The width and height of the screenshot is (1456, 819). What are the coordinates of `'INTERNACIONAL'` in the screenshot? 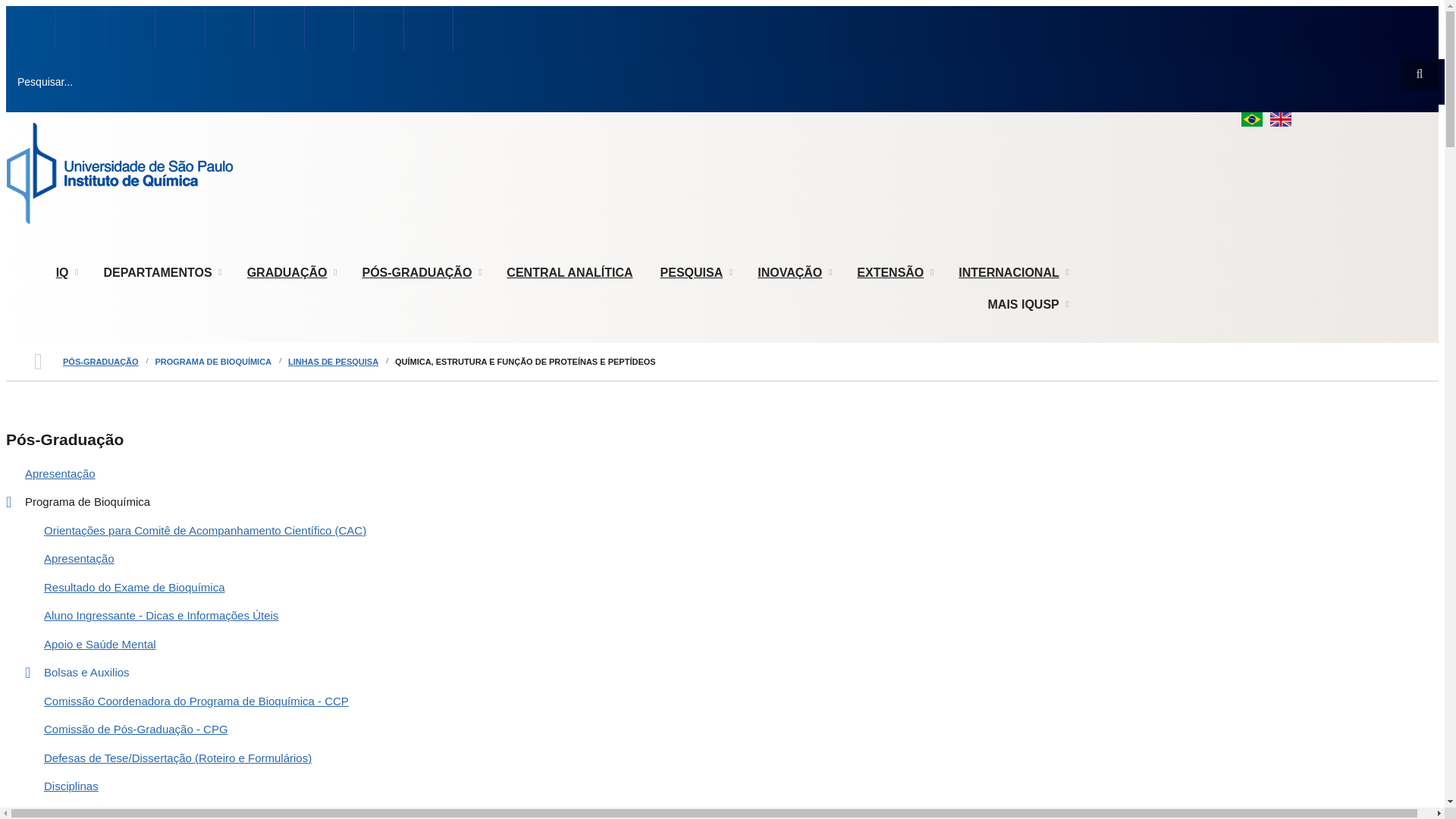 It's located at (1012, 271).